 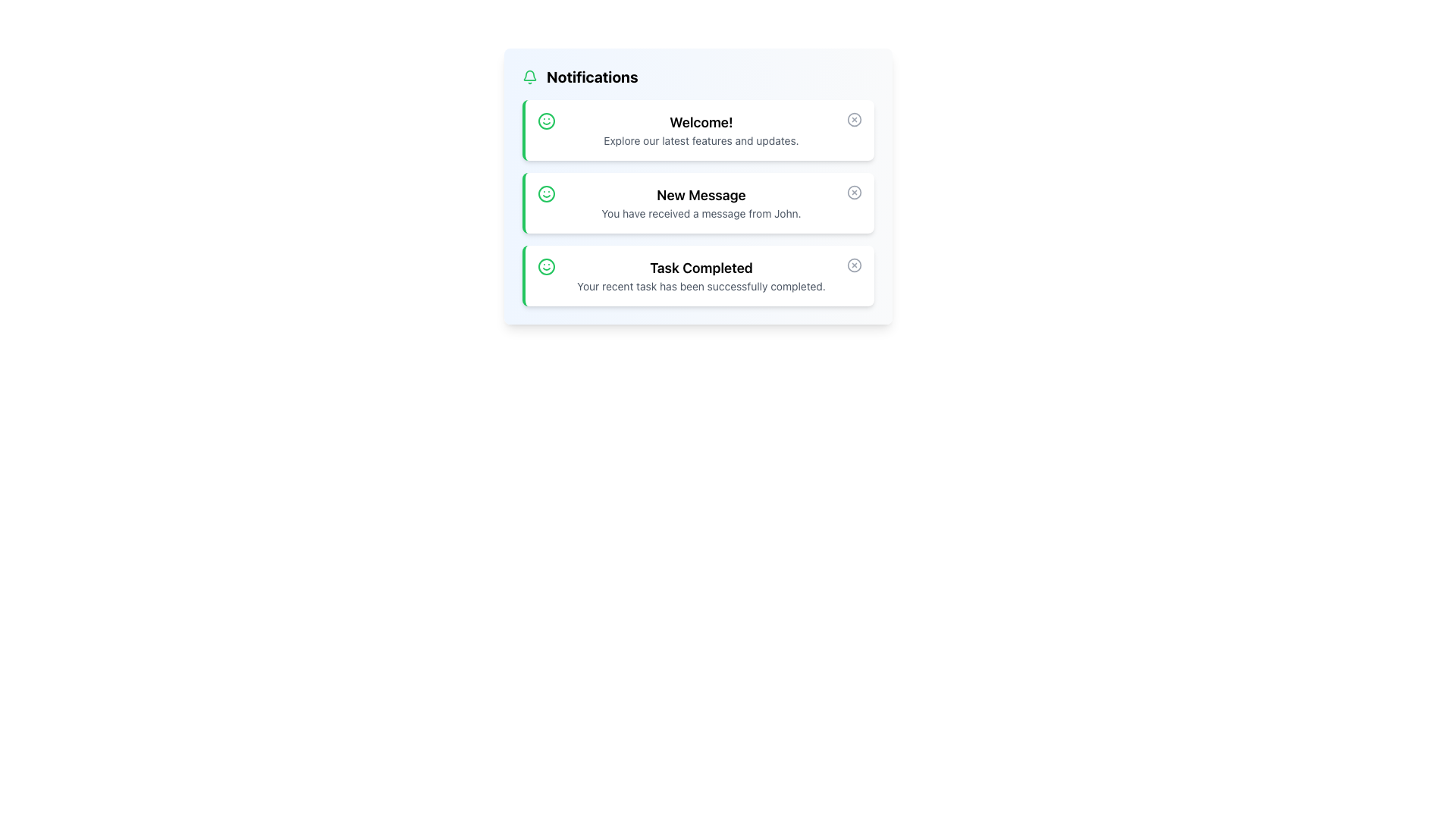 I want to click on the styling of the static text label that serves as a summary title for the notification, located in the middle section of the notification area, specifically within the third notification card from the top, so click(x=701, y=268).